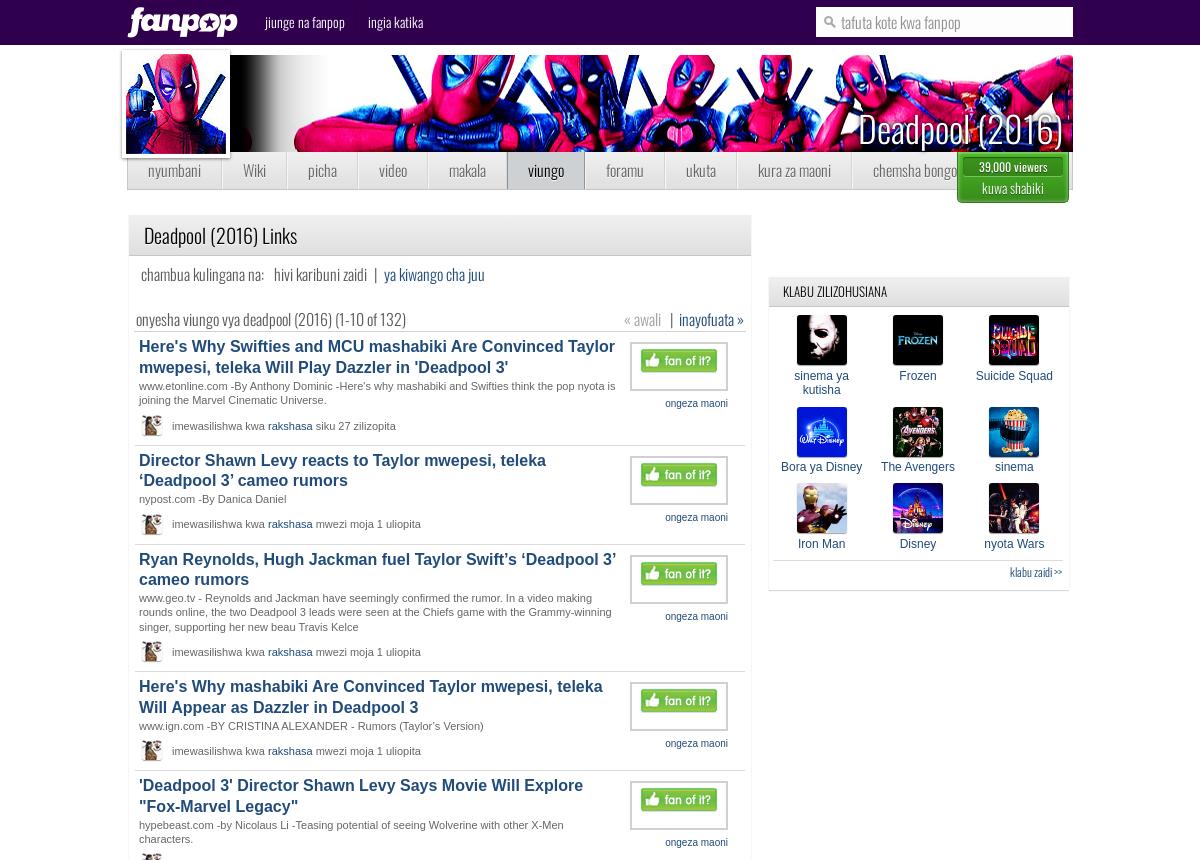  Describe the element at coordinates (377, 568) in the screenshot. I see `'Ryan Reynolds, Hugh Jackman fuel Taylor Swift’s ‘Deadpool 3’ cameo rumors'` at that location.